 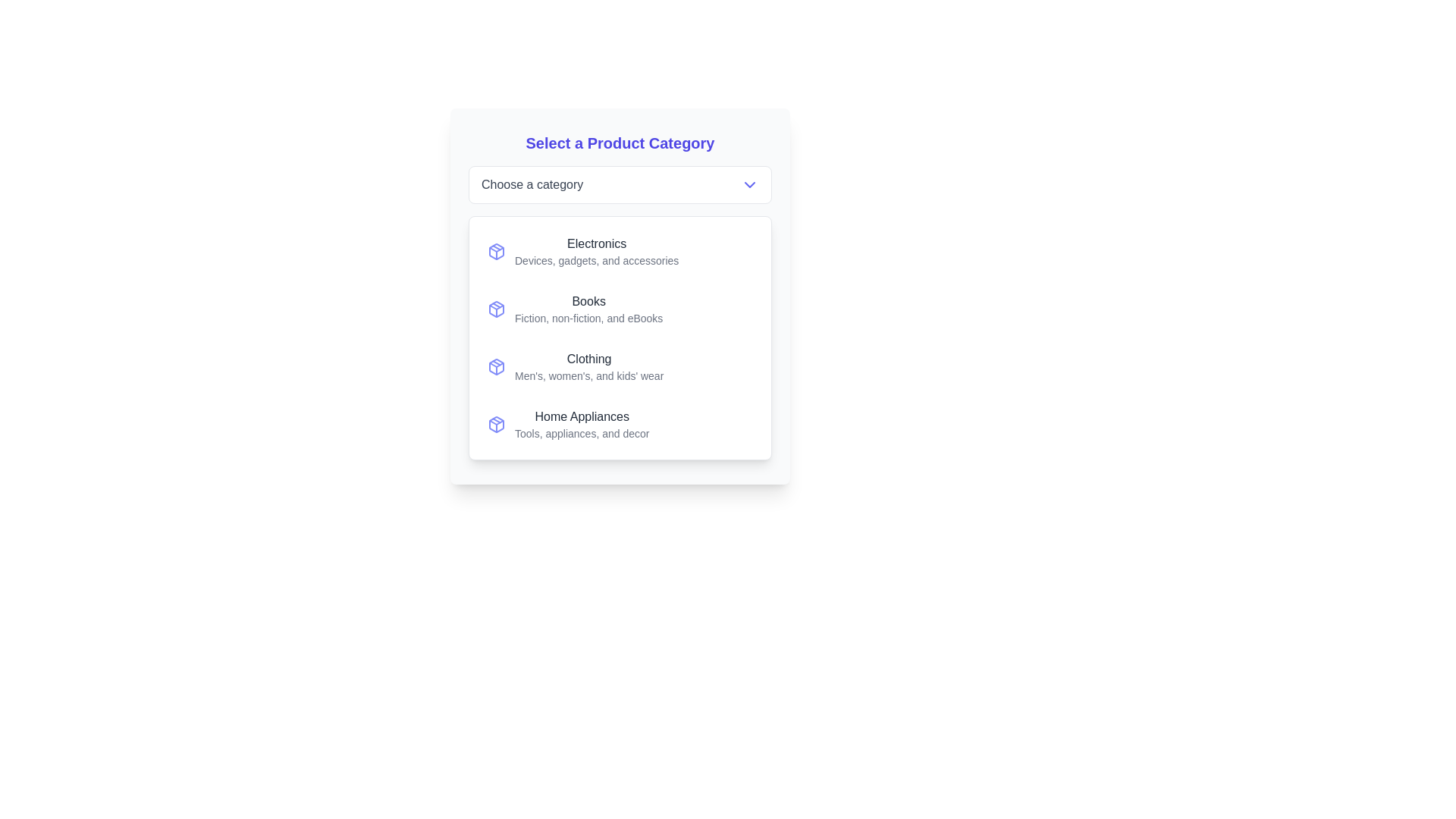 I want to click on the 'Home Appliances' category option, which is the fourth item in the vertical list within a white, rounded rectangle, so click(x=620, y=424).